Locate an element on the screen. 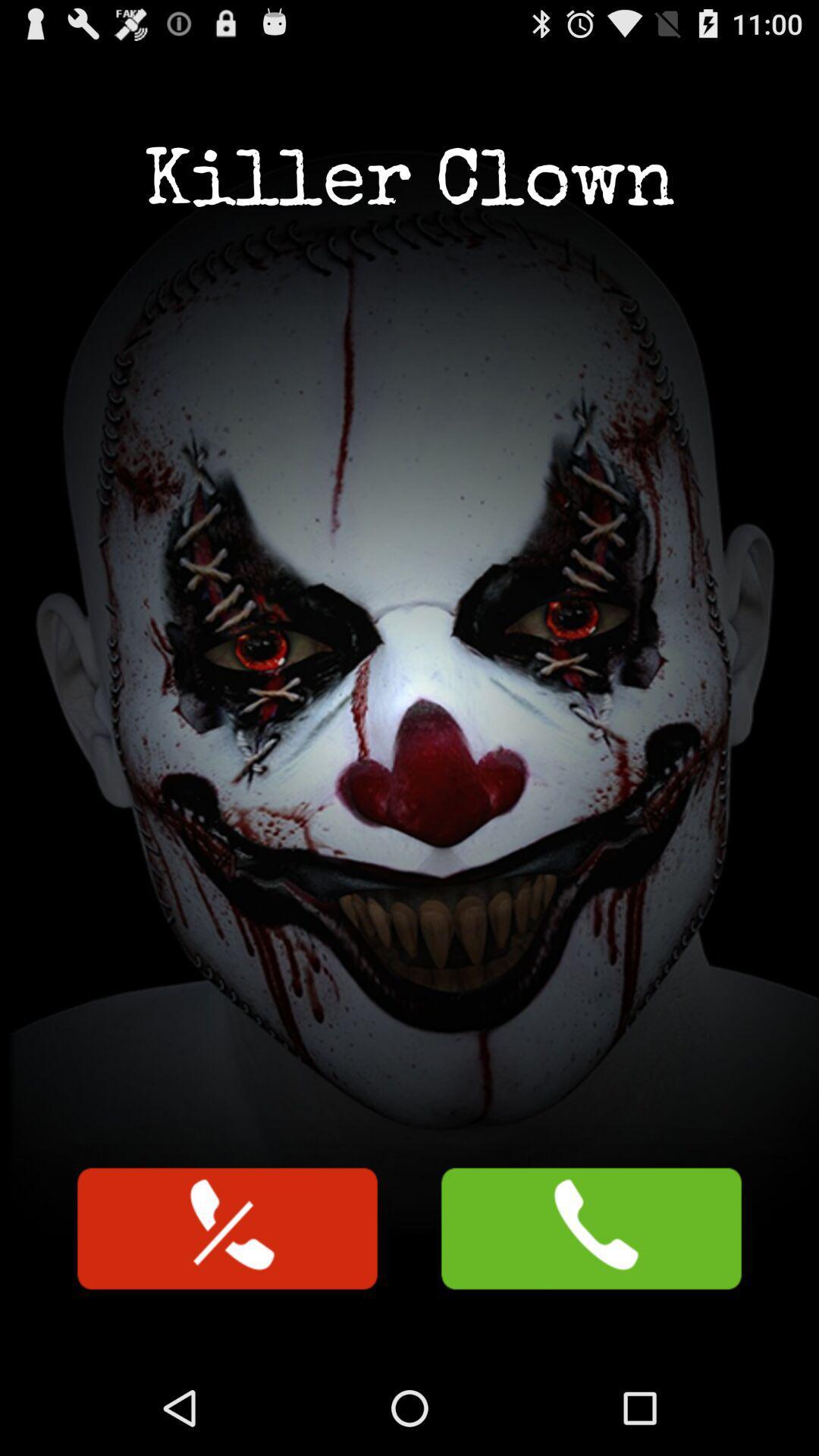  pickup call is located at coordinates (590, 1228).